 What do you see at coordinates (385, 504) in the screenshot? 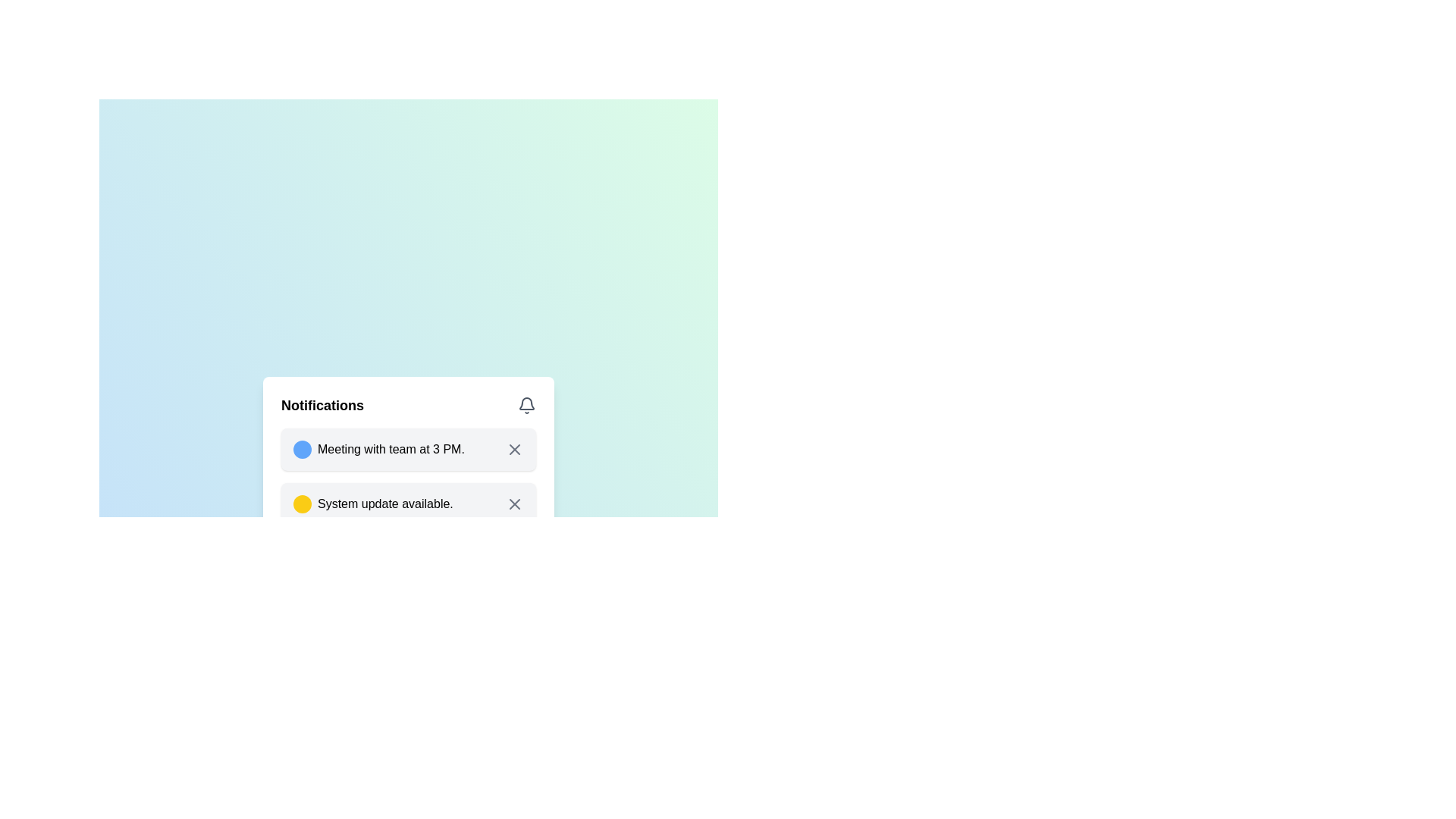
I see `the notification group containing the text 'System update available.' by interacting with the second notification item in the vertical list` at bounding box center [385, 504].